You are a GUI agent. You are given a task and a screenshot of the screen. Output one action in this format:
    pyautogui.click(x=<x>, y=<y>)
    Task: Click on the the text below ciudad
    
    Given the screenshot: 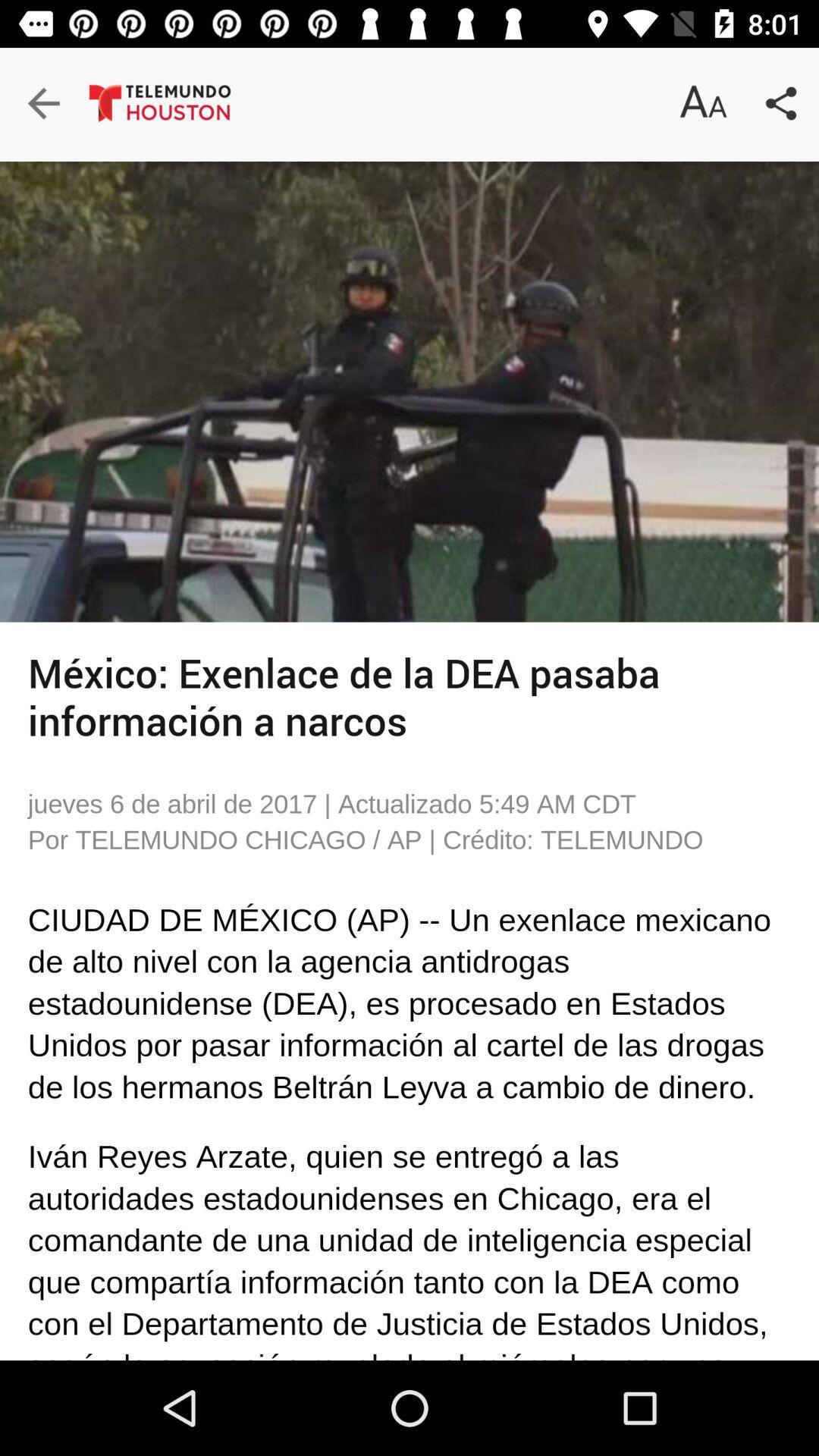 What is the action you would take?
    pyautogui.click(x=76, y=956)
    